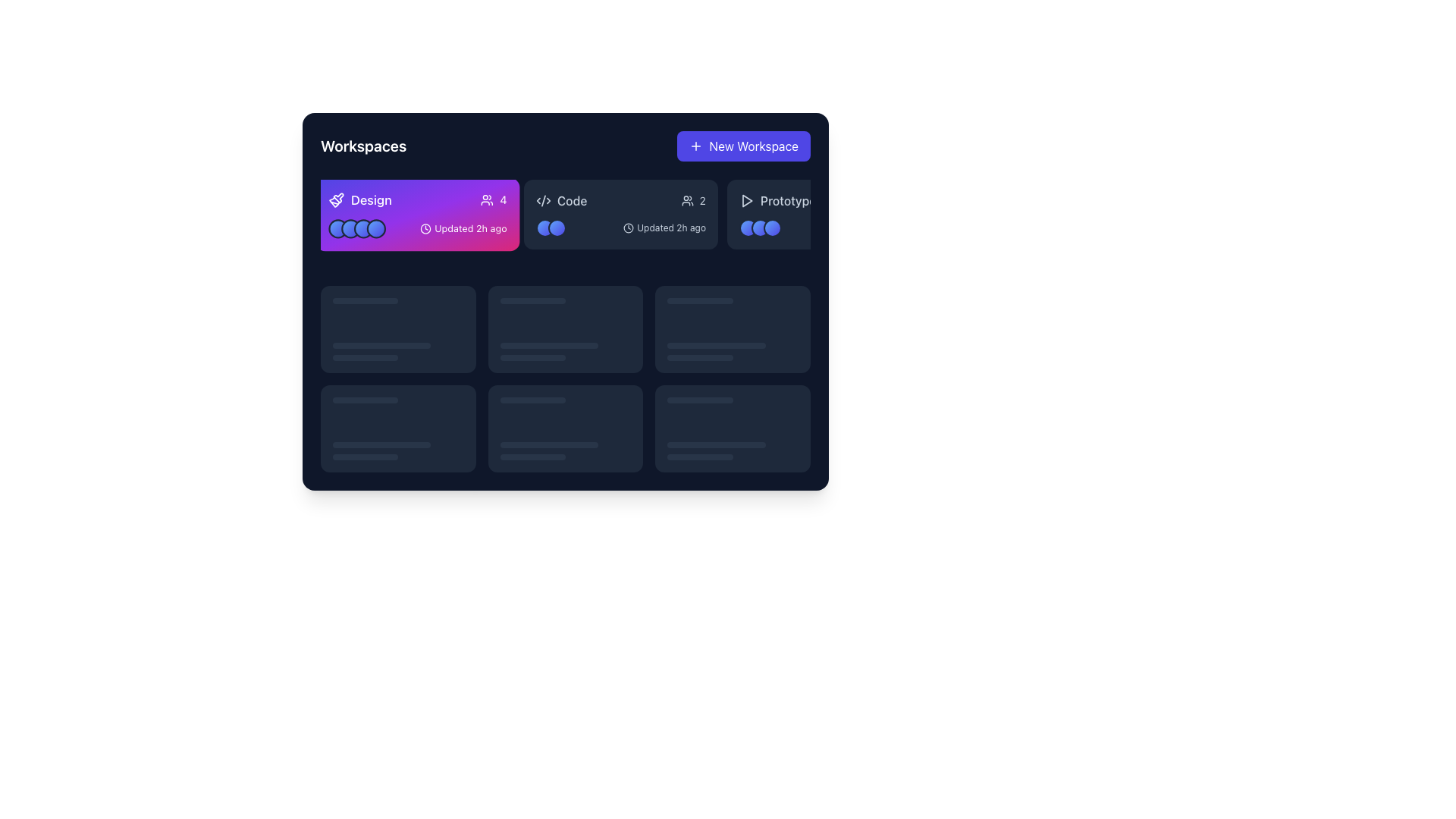  Describe the element at coordinates (772, 227) in the screenshot. I see `the circular icon with a gradient background transitioning from blue to indigo, which is the third icon in a row of three, located under the 'Prototype' workspace card` at that location.